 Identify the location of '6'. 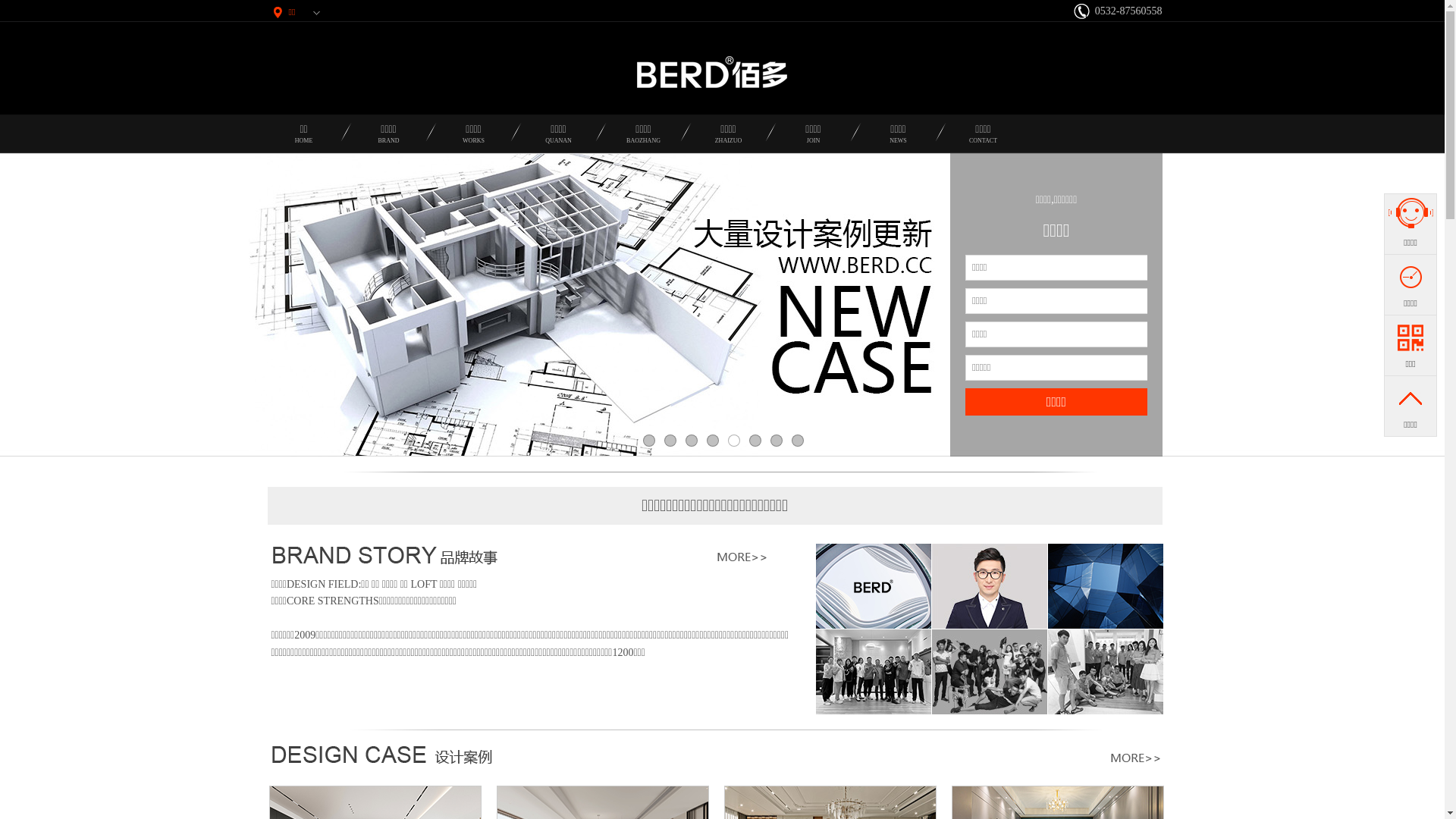
(749, 441).